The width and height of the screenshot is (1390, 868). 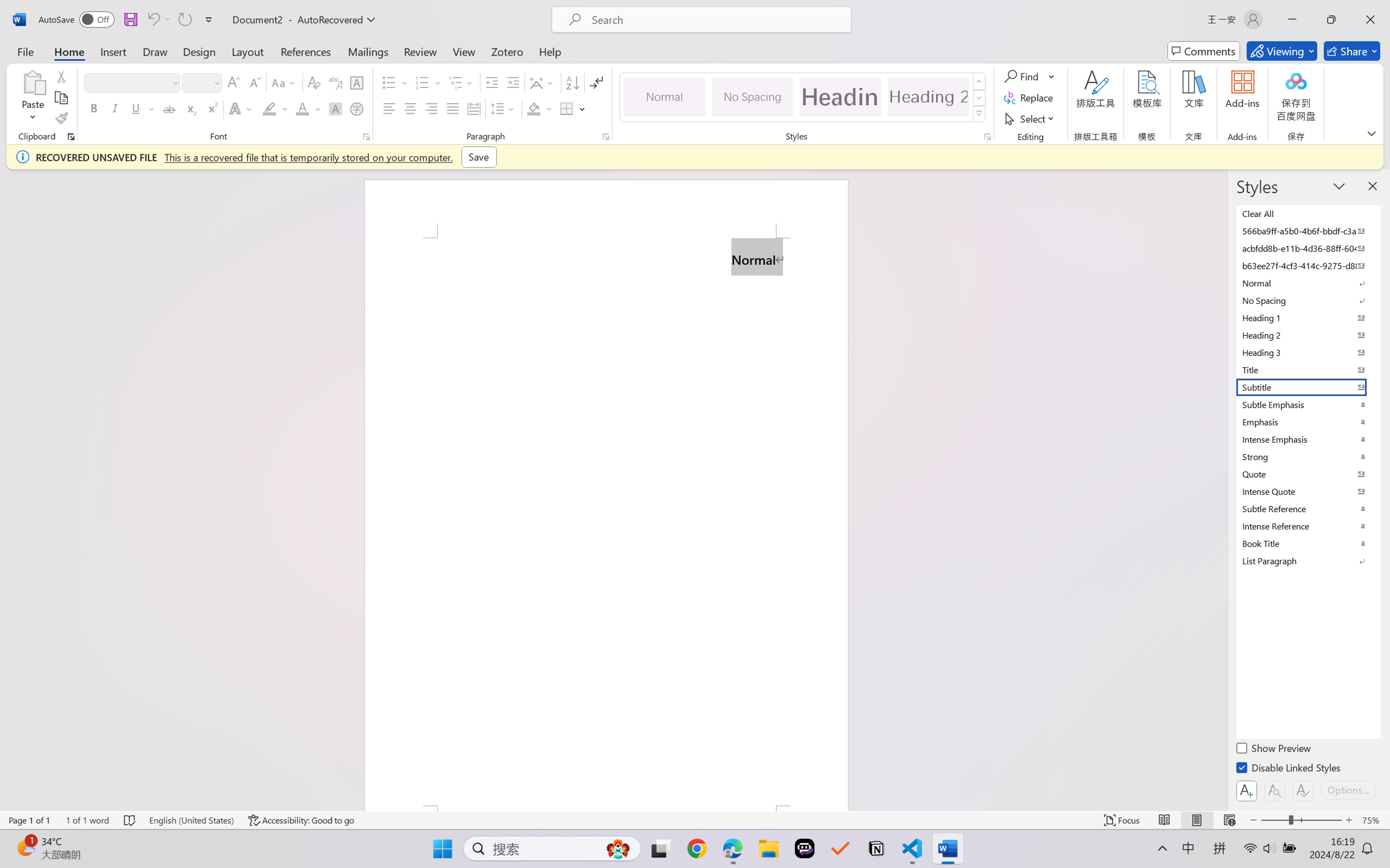 What do you see at coordinates (334, 108) in the screenshot?
I see `'Character Shading'` at bounding box center [334, 108].